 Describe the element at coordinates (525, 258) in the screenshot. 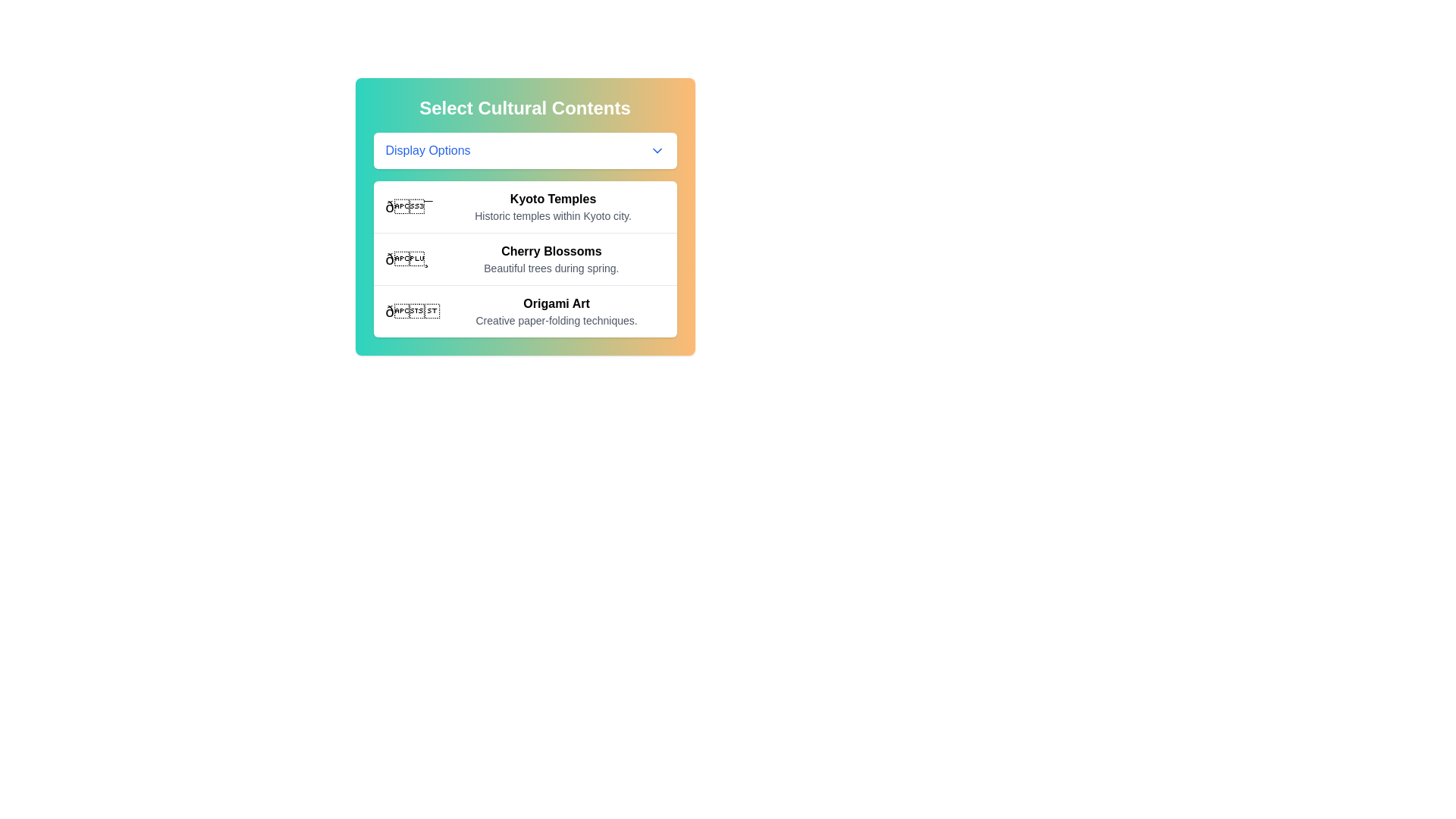

I see `the second list entry in the selection menu, which features an emoji, the bold title 'Cherry Blossoms', and a description 'Beautiful trees during spring.'` at that location.